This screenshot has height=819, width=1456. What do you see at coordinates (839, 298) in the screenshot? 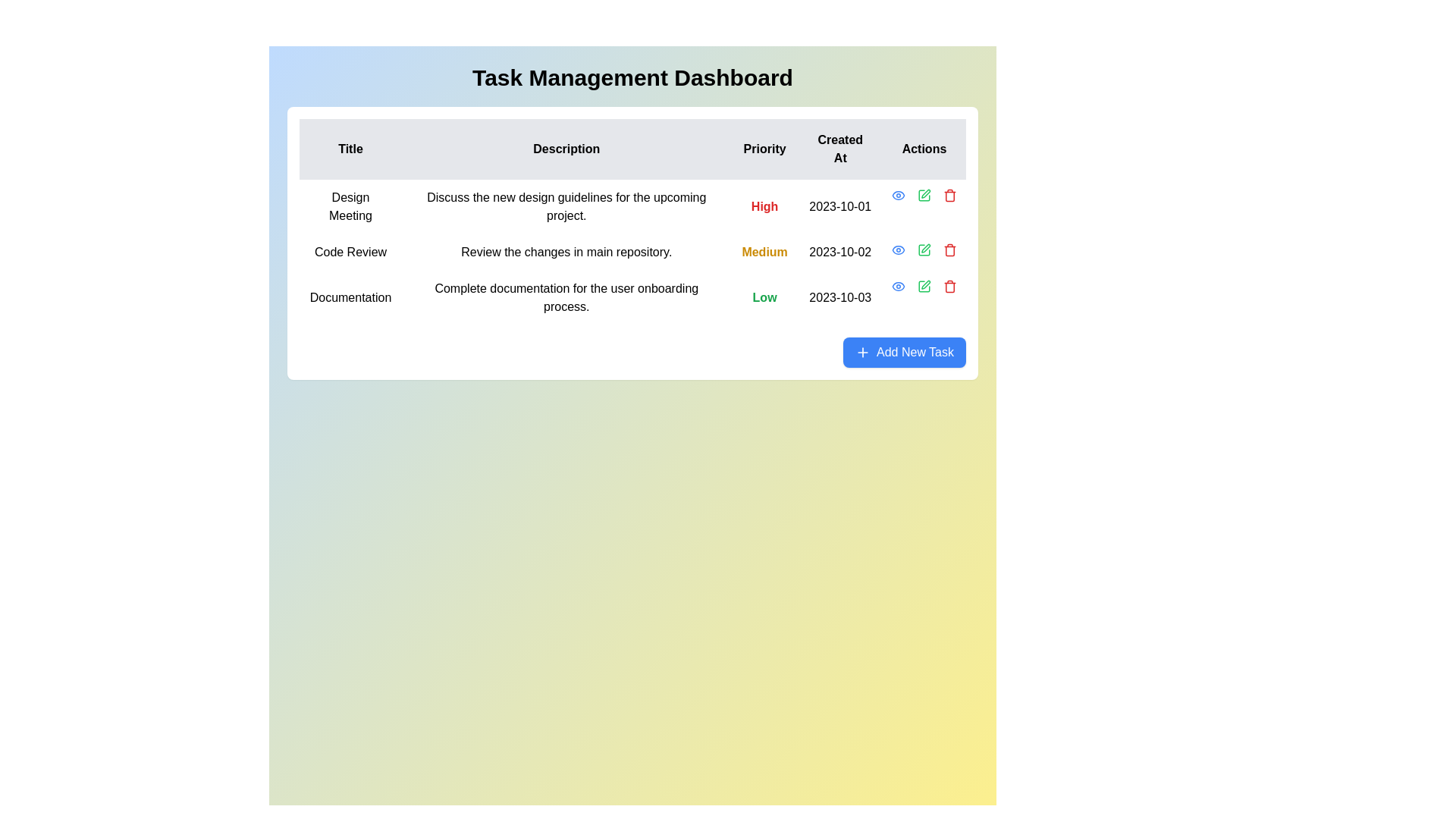
I see `the static text element displaying the creation date of the task in the 'Created At' column of the third row in the table for the 'Documentation' entry` at bounding box center [839, 298].